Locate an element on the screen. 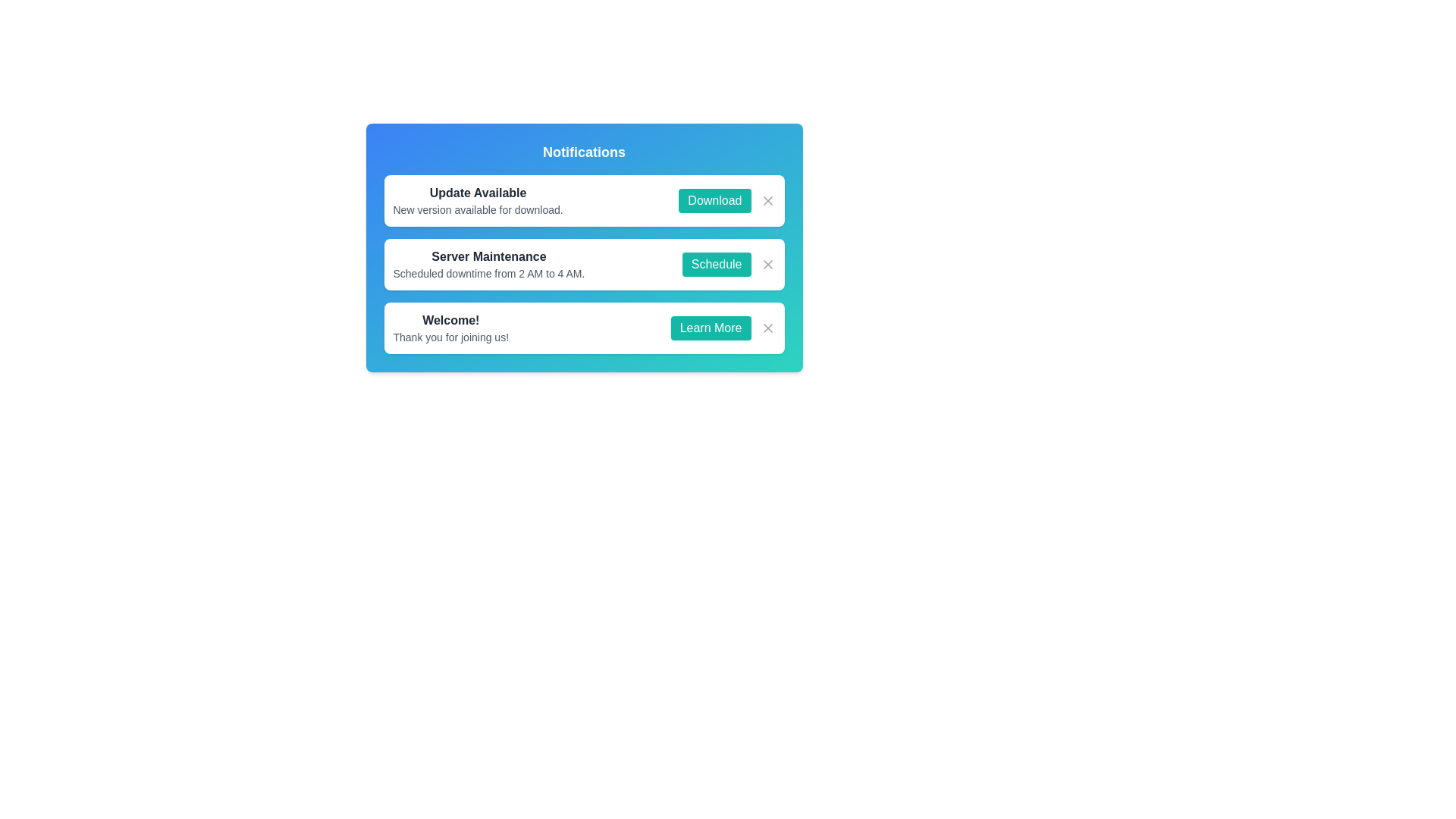  the Download button is located at coordinates (714, 200).